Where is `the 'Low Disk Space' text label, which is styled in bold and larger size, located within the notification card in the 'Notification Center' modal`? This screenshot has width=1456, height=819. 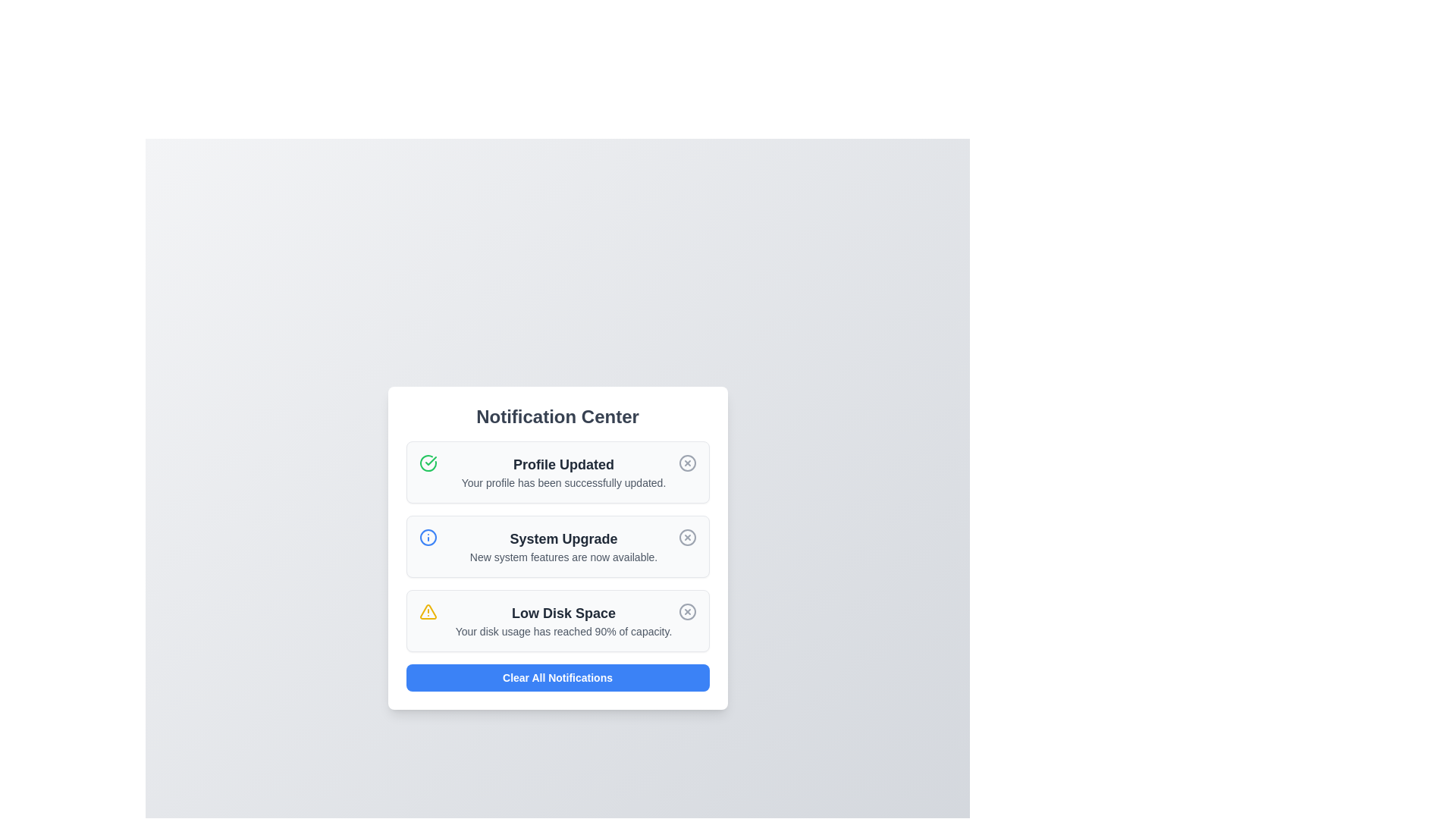
the 'Low Disk Space' text label, which is styled in bold and larger size, located within the notification card in the 'Notification Center' modal is located at coordinates (563, 613).